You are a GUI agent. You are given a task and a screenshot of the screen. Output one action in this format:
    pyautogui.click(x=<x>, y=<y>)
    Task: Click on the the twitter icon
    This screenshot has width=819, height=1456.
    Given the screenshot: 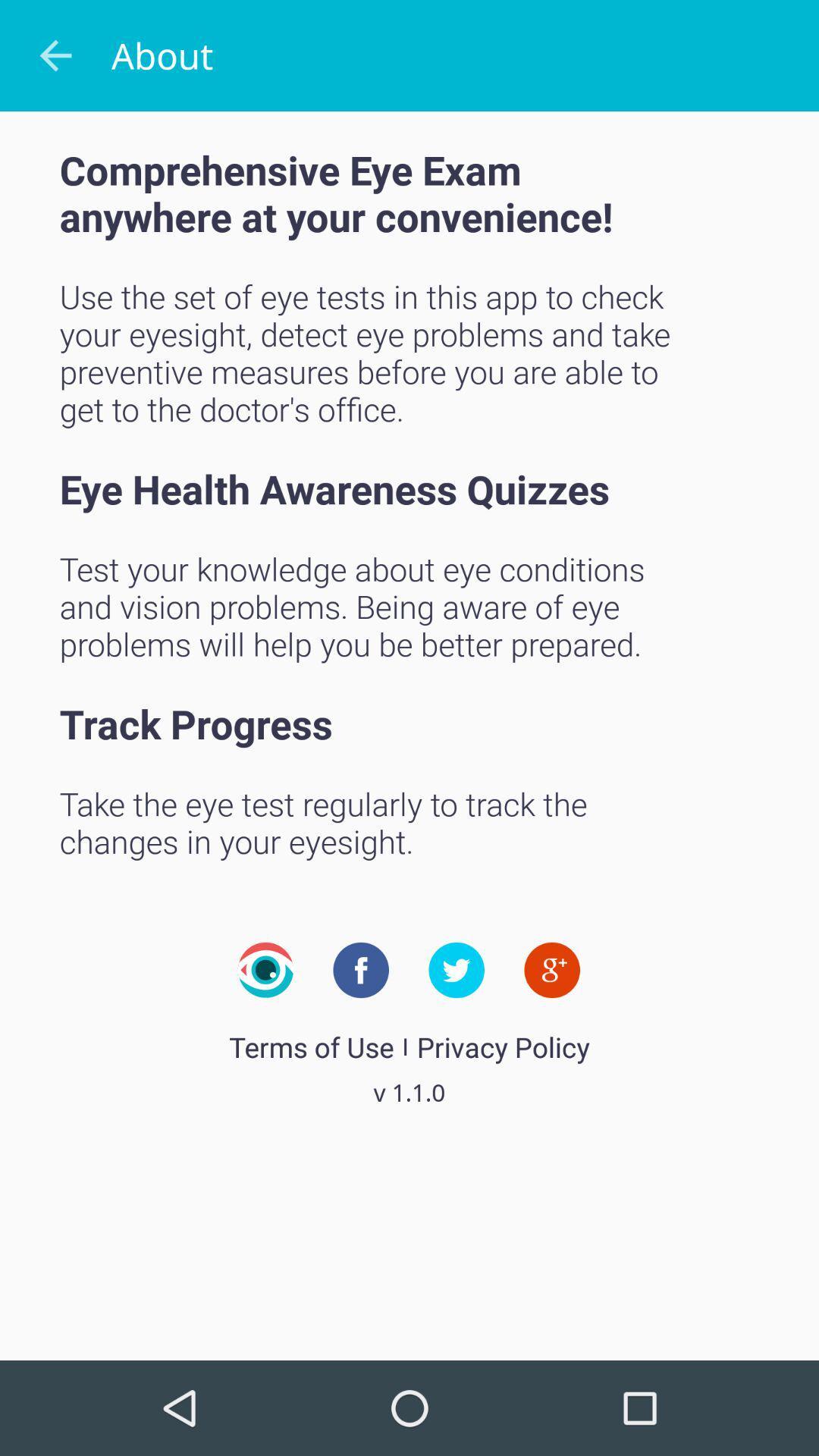 What is the action you would take?
    pyautogui.click(x=456, y=969)
    